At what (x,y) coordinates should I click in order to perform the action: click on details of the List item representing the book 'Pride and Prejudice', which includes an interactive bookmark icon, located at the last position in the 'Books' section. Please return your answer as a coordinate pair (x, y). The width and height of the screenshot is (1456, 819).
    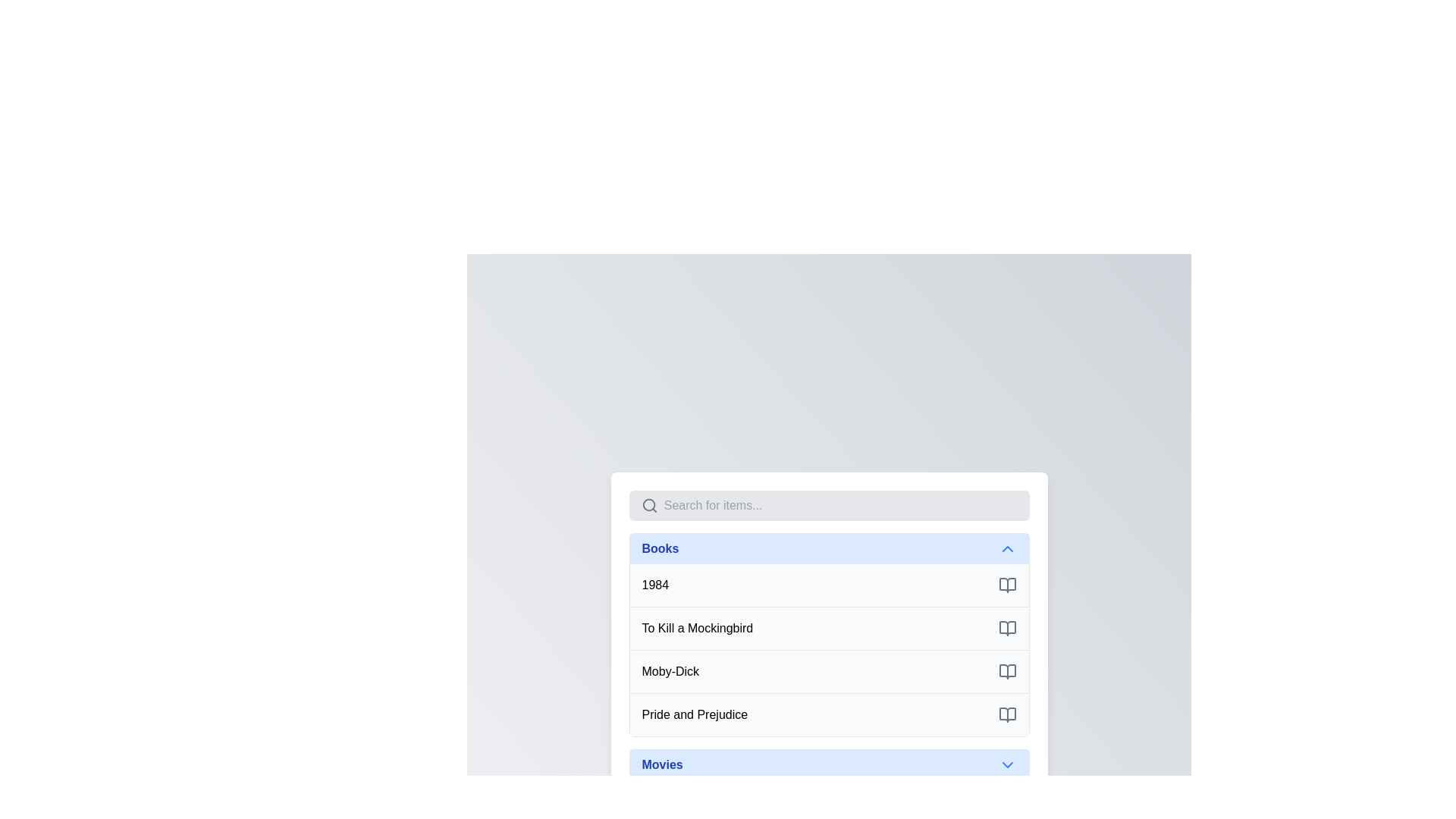
    Looking at the image, I should click on (828, 714).